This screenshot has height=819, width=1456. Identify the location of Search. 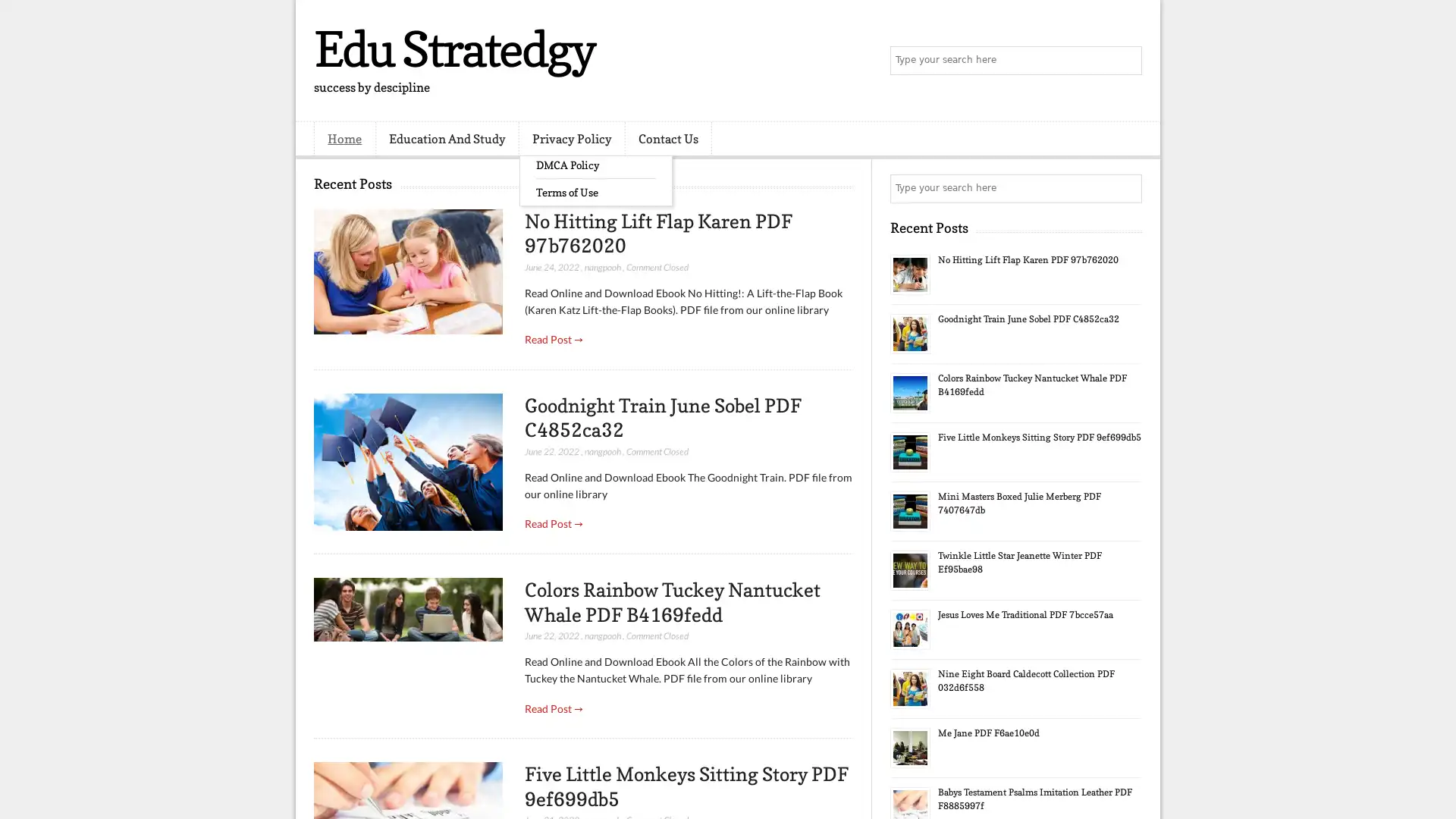
(1126, 61).